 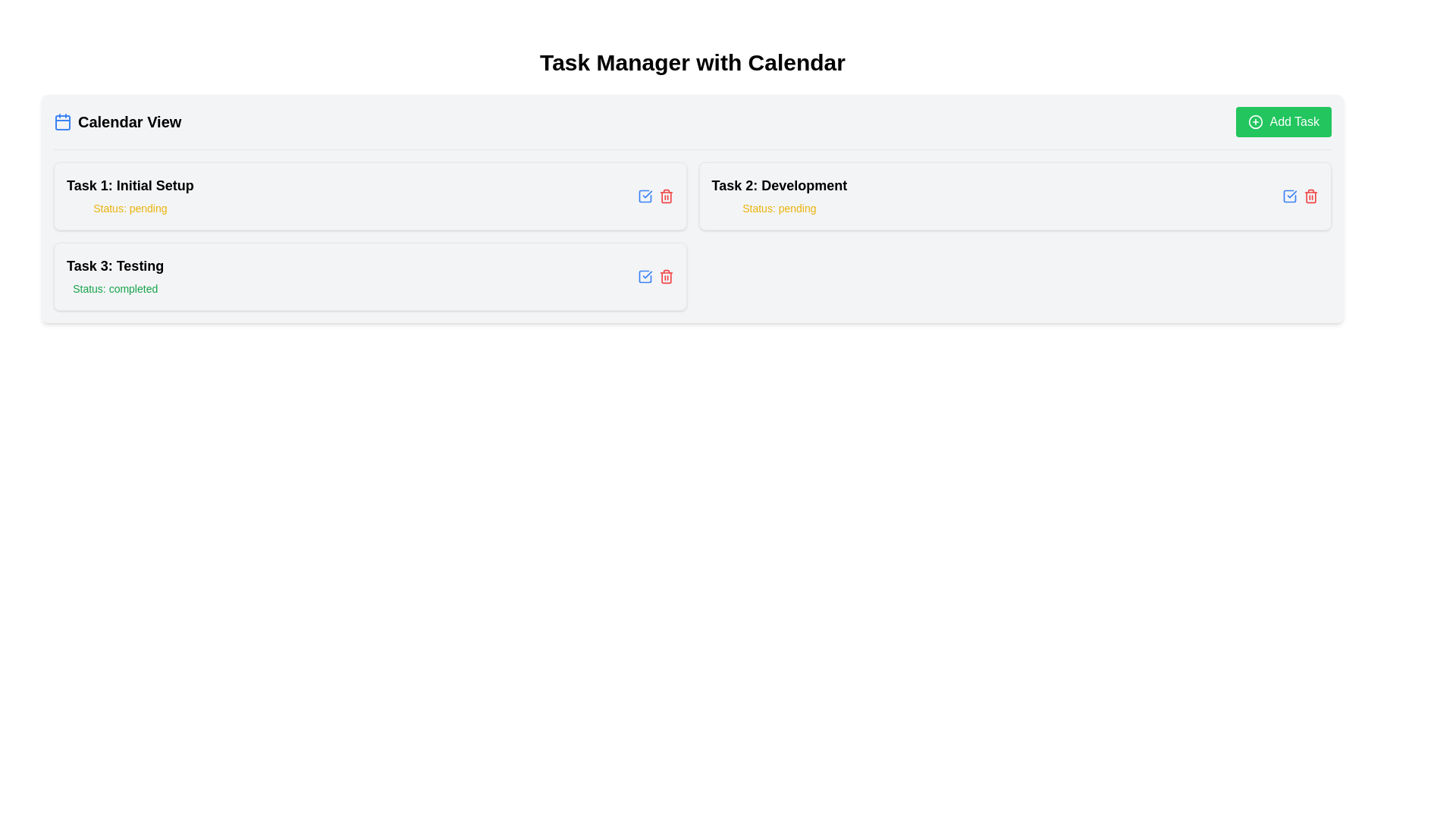 What do you see at coordinates (1283, 121) in the screenshot?
I see `the 'Add Task' button with a green background and white text label` at bounding box center [1283, 121].